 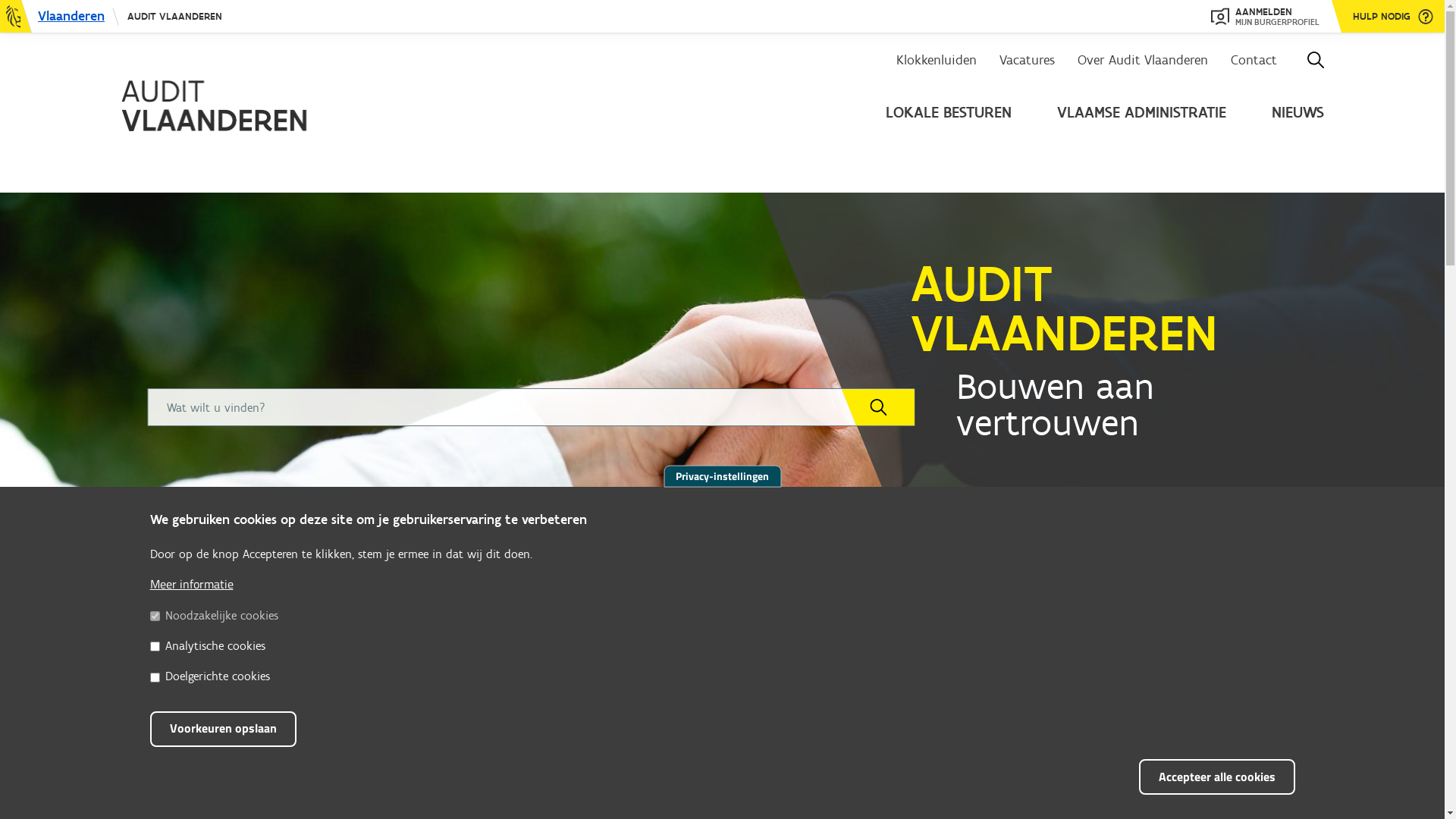 What do you see at coordinates (1027, 59) in the screenshot?
I see `'Vacatures'` at bounding box center [1027, 59].